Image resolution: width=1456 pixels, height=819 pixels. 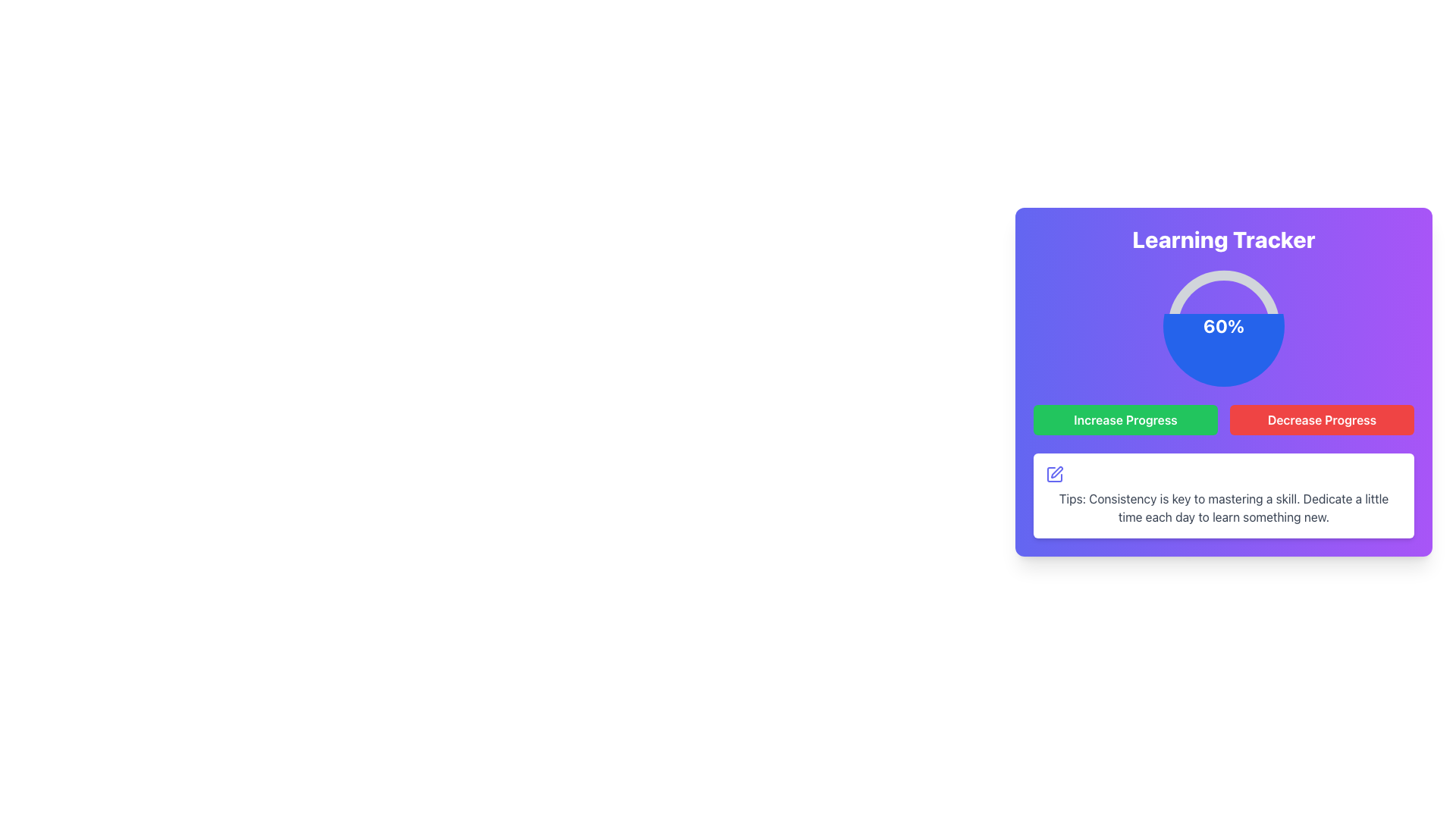 I want to click on informational static text emphasizing the importance of consistency in learning, located at the bottom section of the card beneath a blue circular progress bar, so click(x=1223, y=508).